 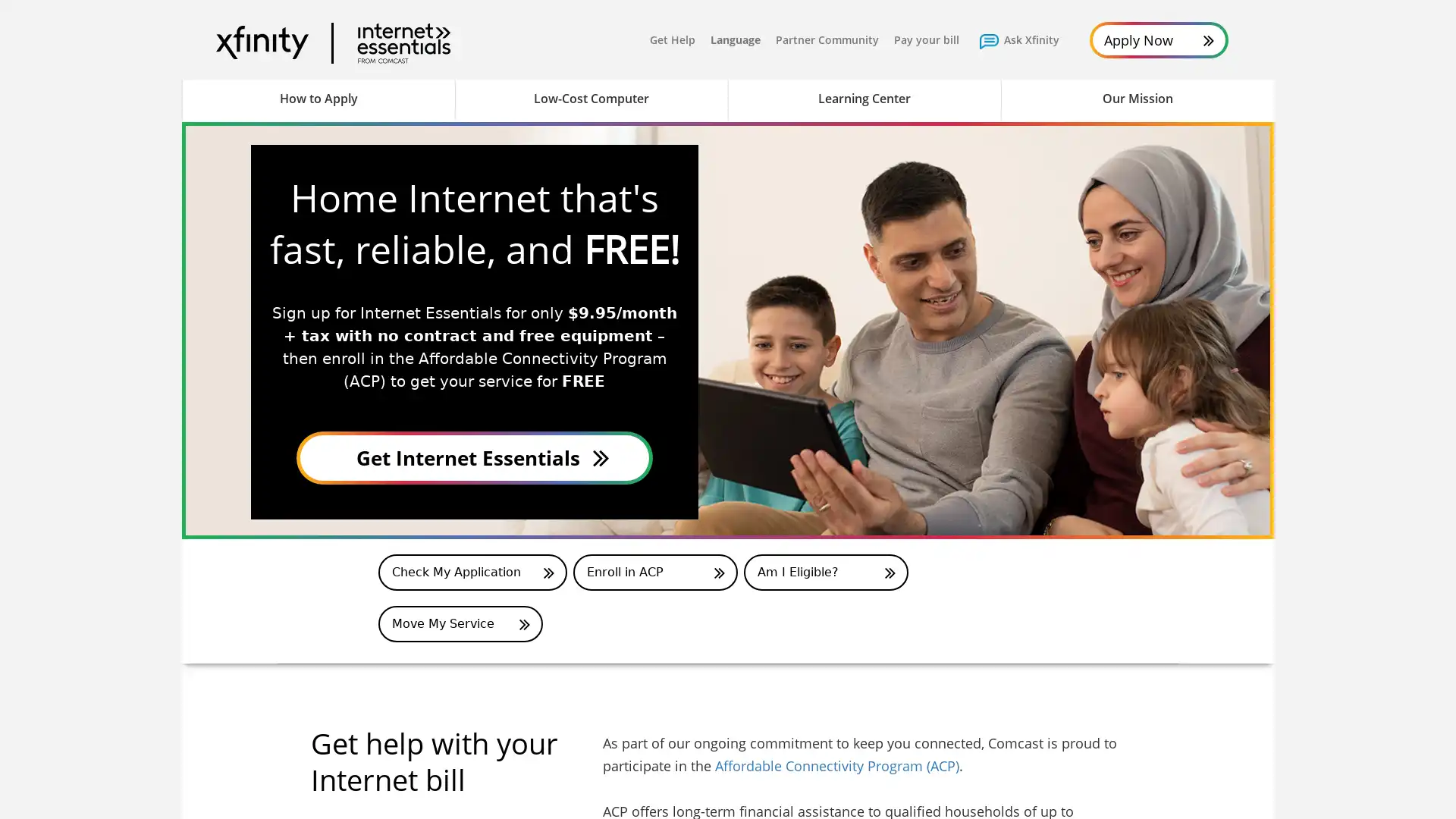 I want to click on Move My Service, so click(x=460, y=623).